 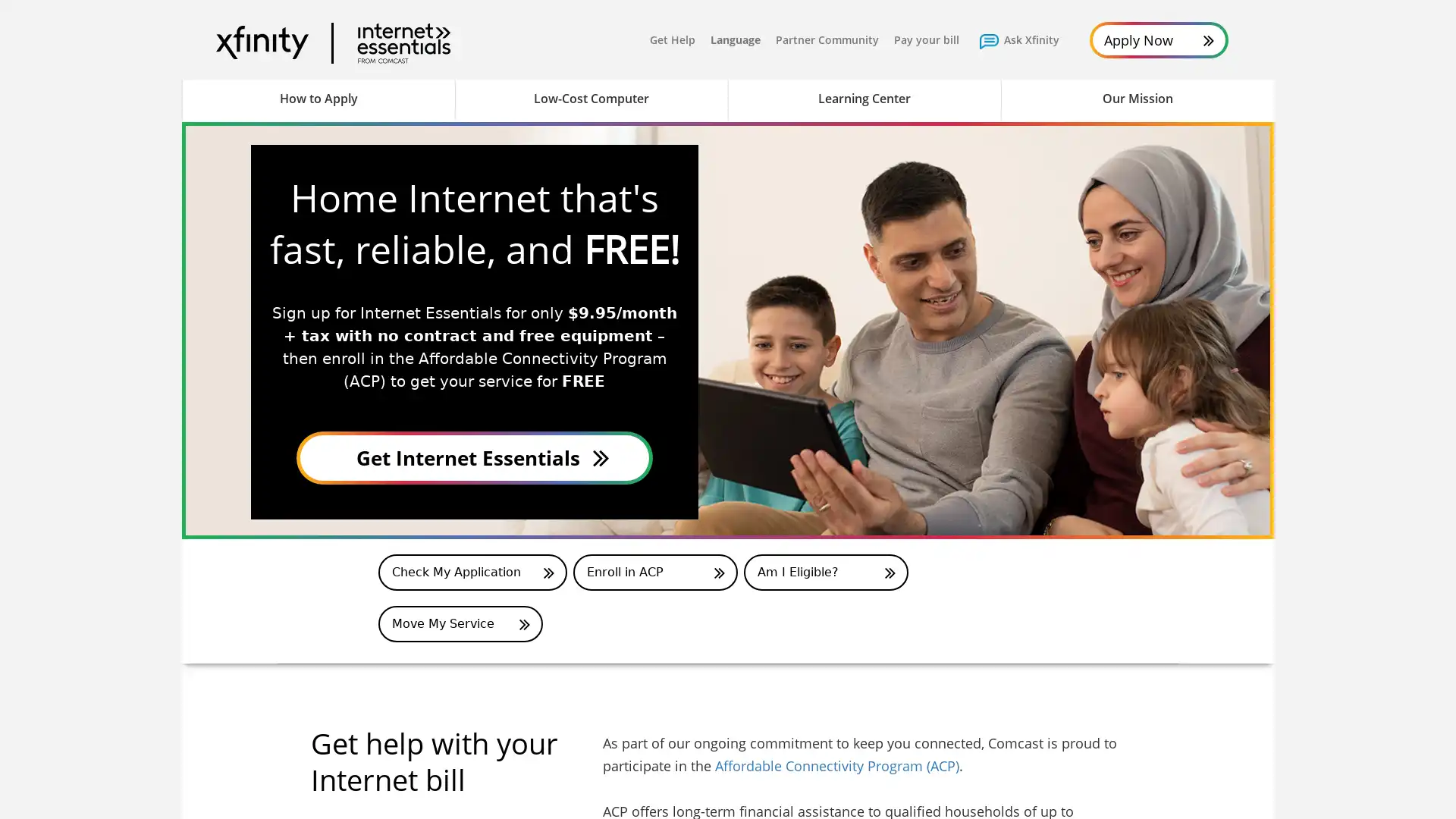 I want to click on Move My Service, so click(x=460, y=623).